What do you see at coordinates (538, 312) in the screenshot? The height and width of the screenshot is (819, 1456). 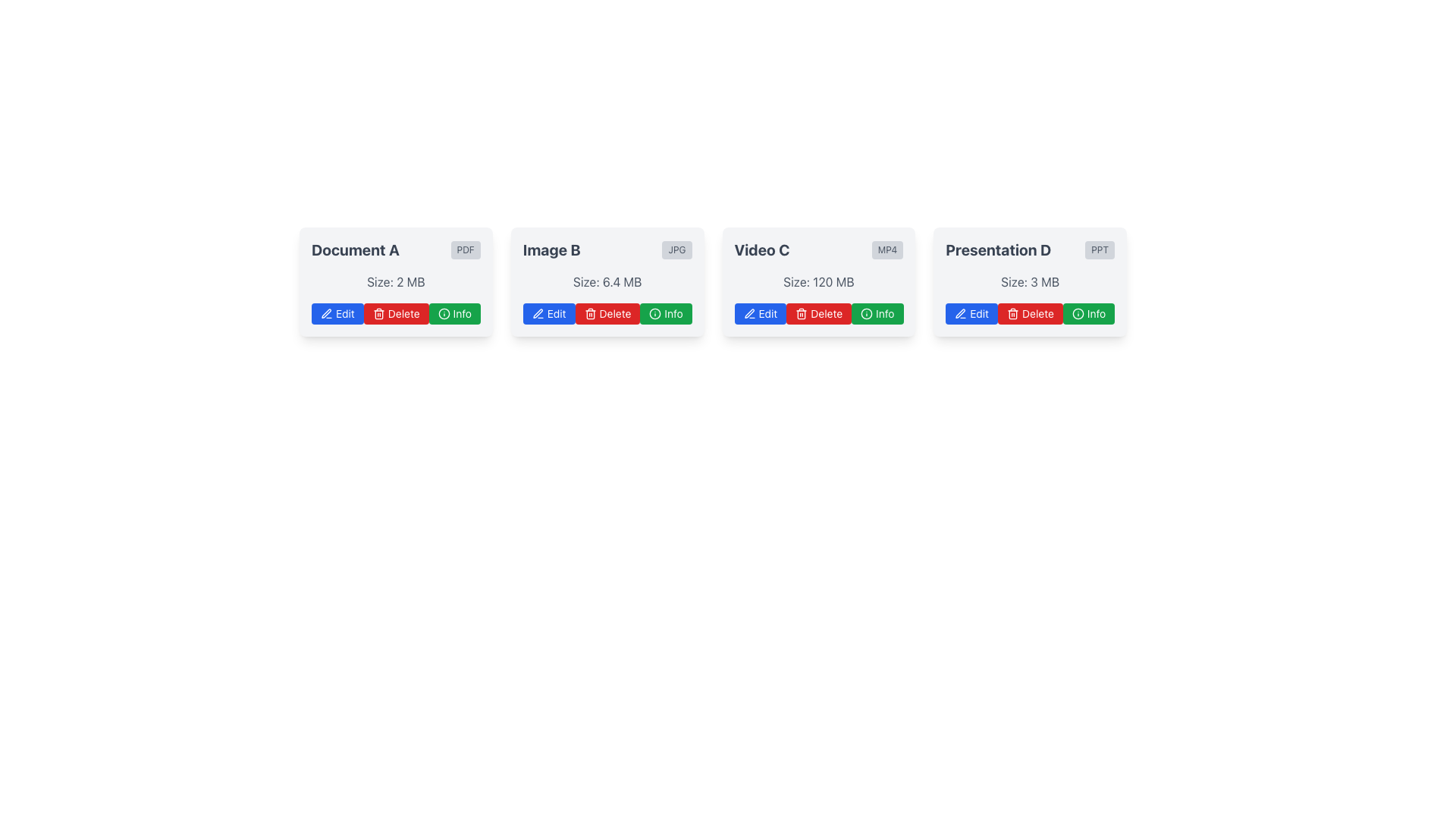 I see `the editing icon button (pen icon) located in the lower section of the 'Image B' card component` at bounding box center [538, 312].